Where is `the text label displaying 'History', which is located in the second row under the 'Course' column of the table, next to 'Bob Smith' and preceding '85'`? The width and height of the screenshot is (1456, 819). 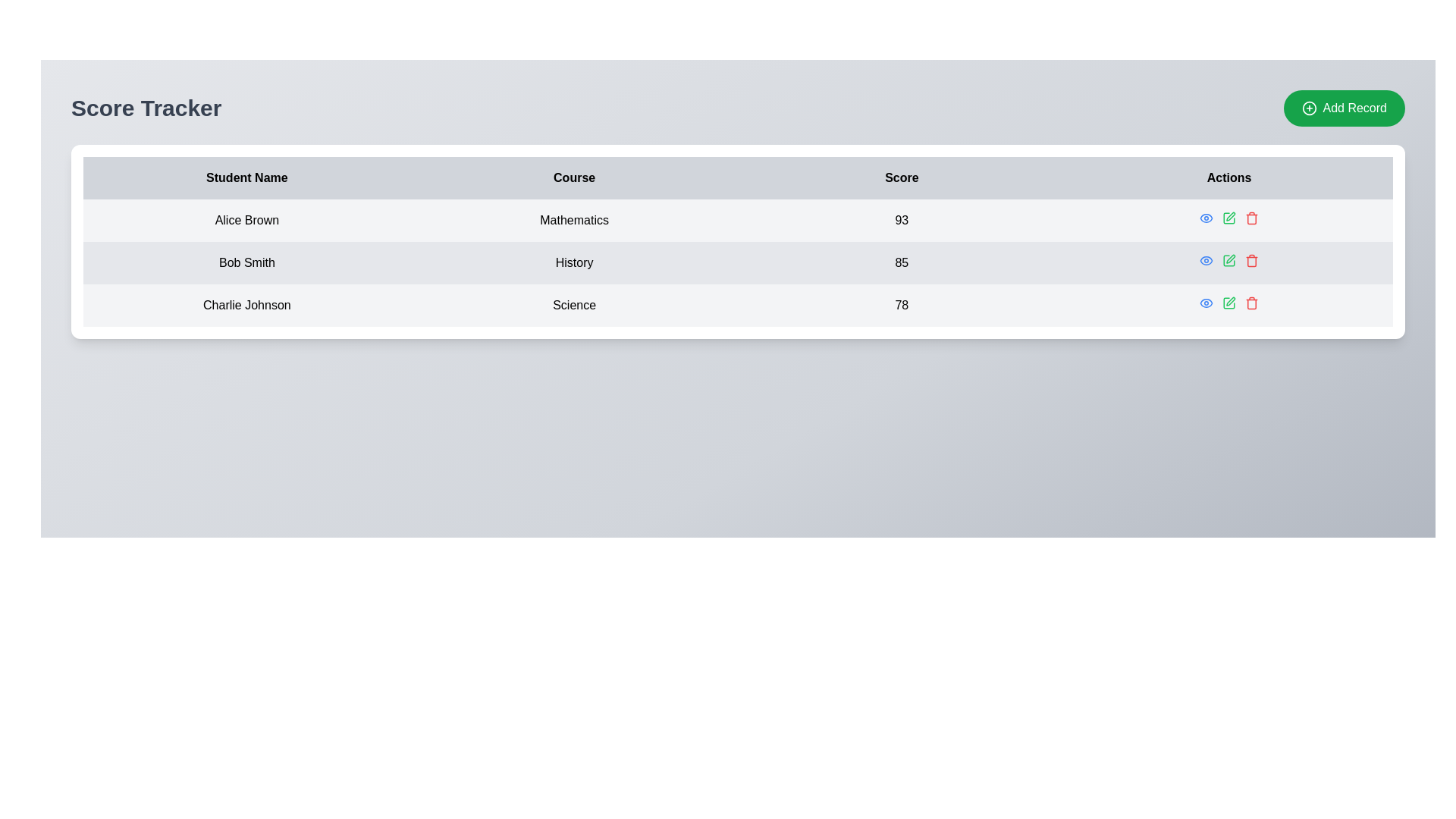 the text label displaying 'History', which is located in the second row under the 'Course' column of the table, next to 'Bob Smith' and preceding '85' is located at coordinates (573, 262).